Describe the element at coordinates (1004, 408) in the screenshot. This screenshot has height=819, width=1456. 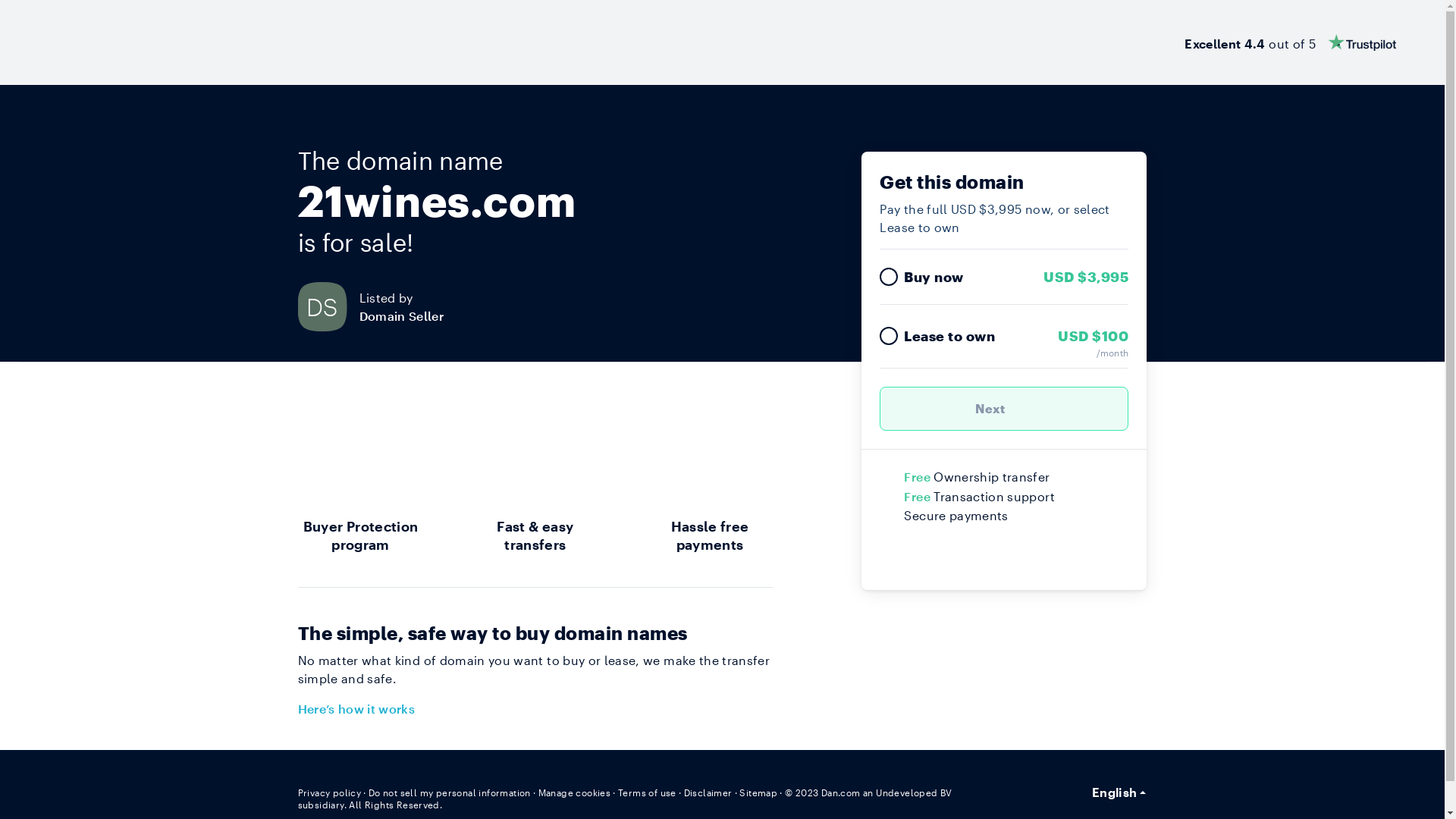
I see `'Next` at that location.